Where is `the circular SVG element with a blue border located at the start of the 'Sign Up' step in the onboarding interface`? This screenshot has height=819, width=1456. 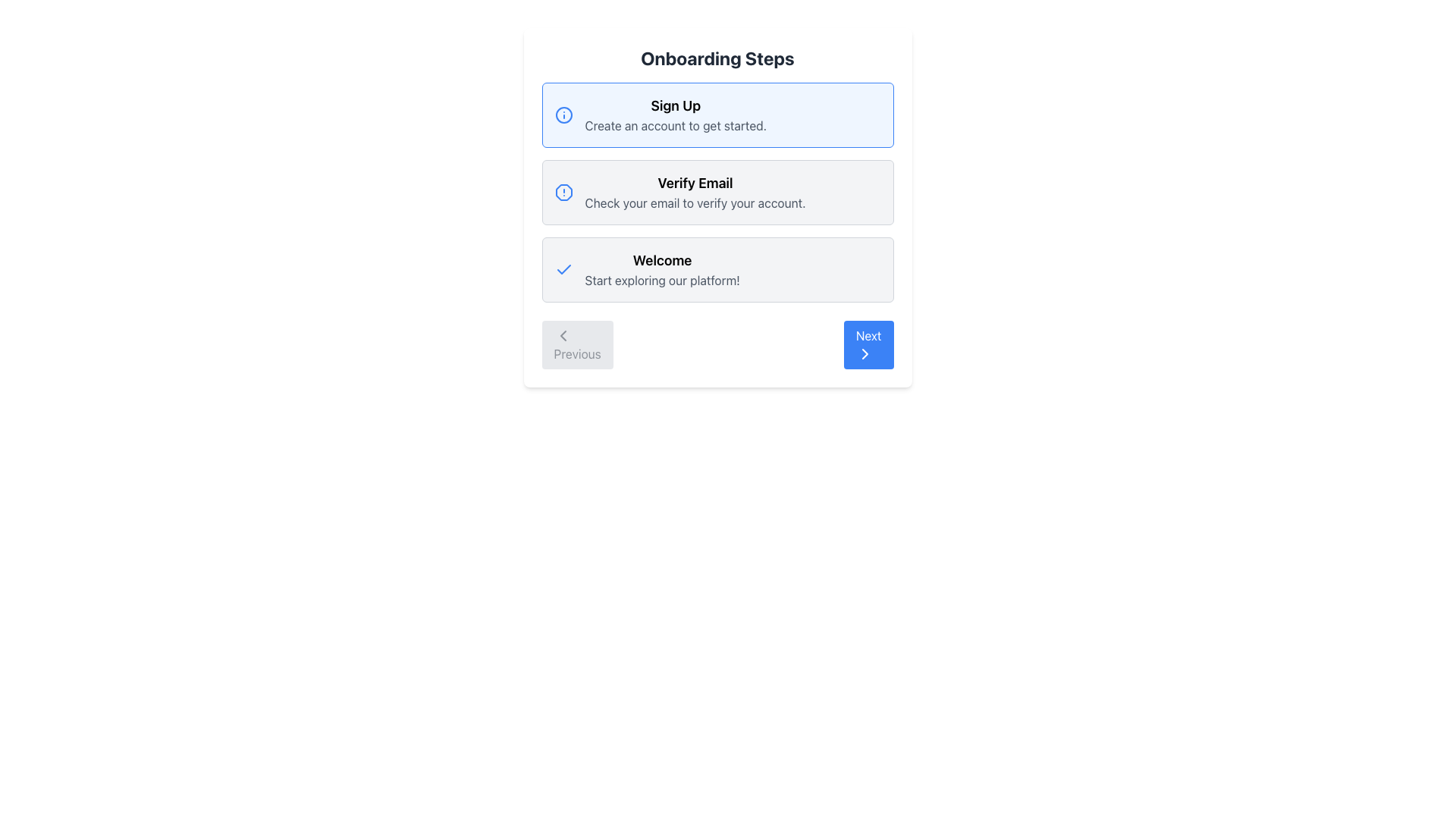
the circular SVG element with a blue border located at the start of the 'Sign Up' step in the onboarding interface is located at coordinates (563, 114).